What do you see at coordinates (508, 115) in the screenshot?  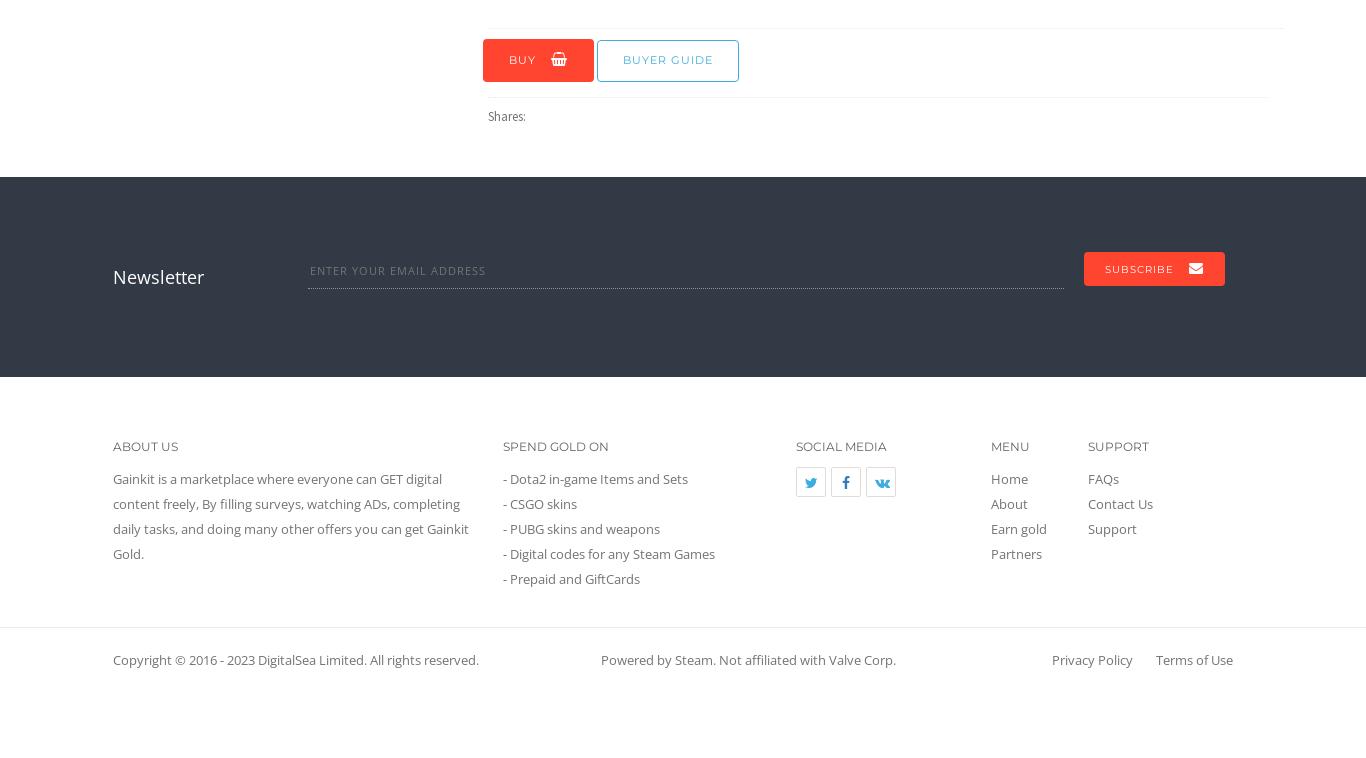 I see `'Shares:'` at bounding box center [508, 115].